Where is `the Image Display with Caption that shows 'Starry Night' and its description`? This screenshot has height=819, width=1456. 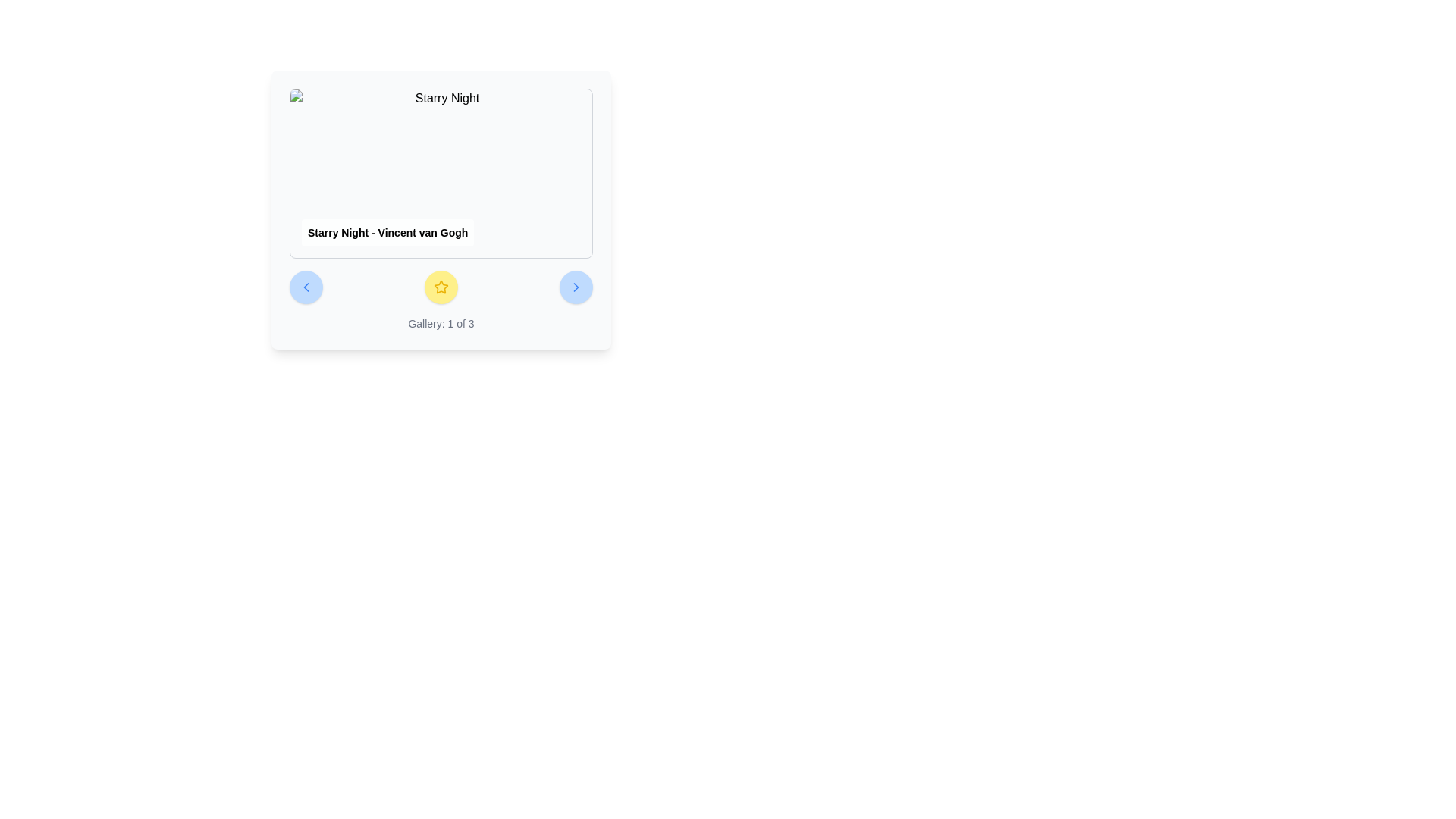
the Image Display with Caption that shows 'Starry Night' and its description is located at coordinates (440, 172).